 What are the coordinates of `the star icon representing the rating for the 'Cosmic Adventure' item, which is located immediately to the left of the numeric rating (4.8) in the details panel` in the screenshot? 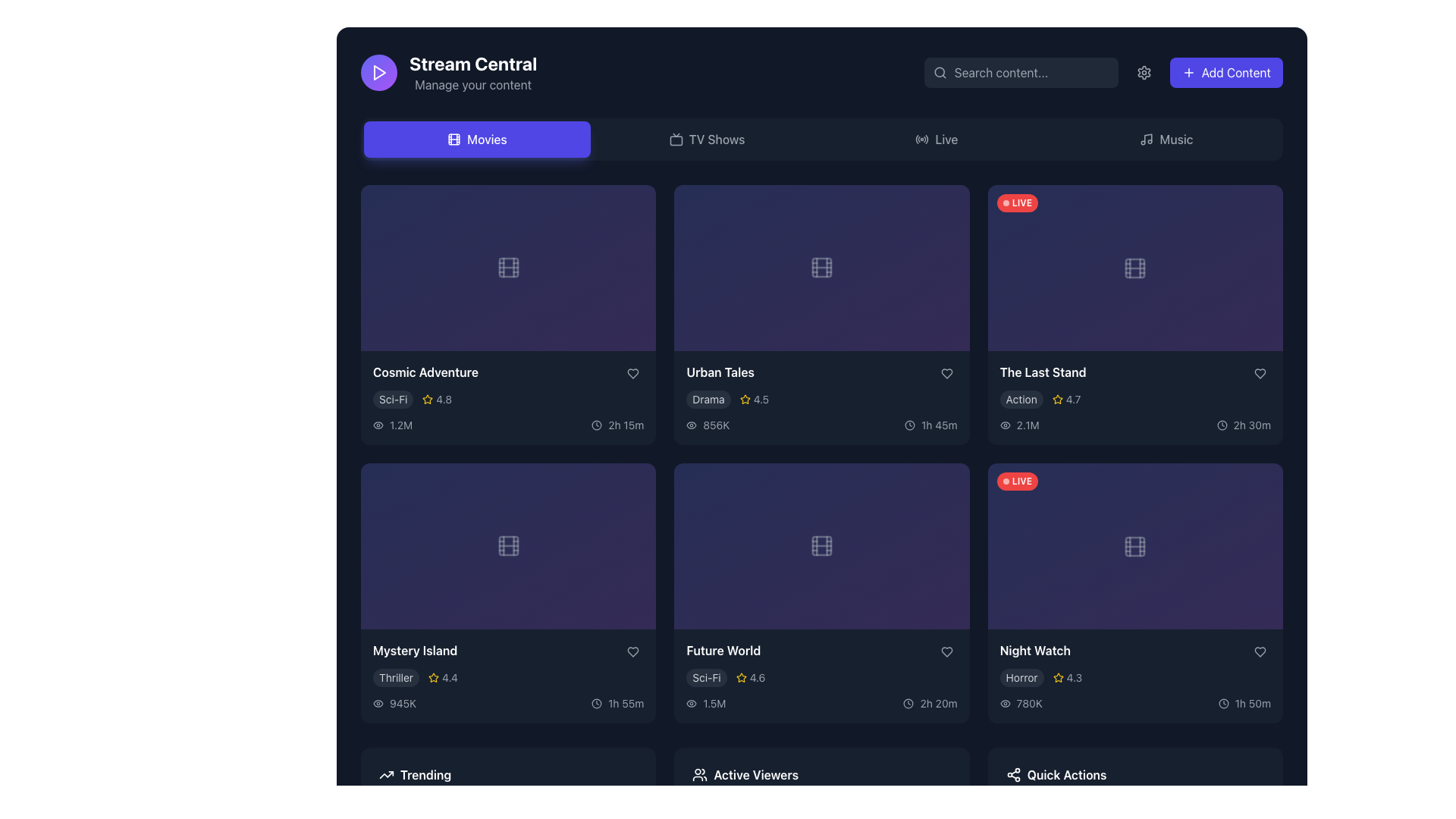 It's located at (427, 398).